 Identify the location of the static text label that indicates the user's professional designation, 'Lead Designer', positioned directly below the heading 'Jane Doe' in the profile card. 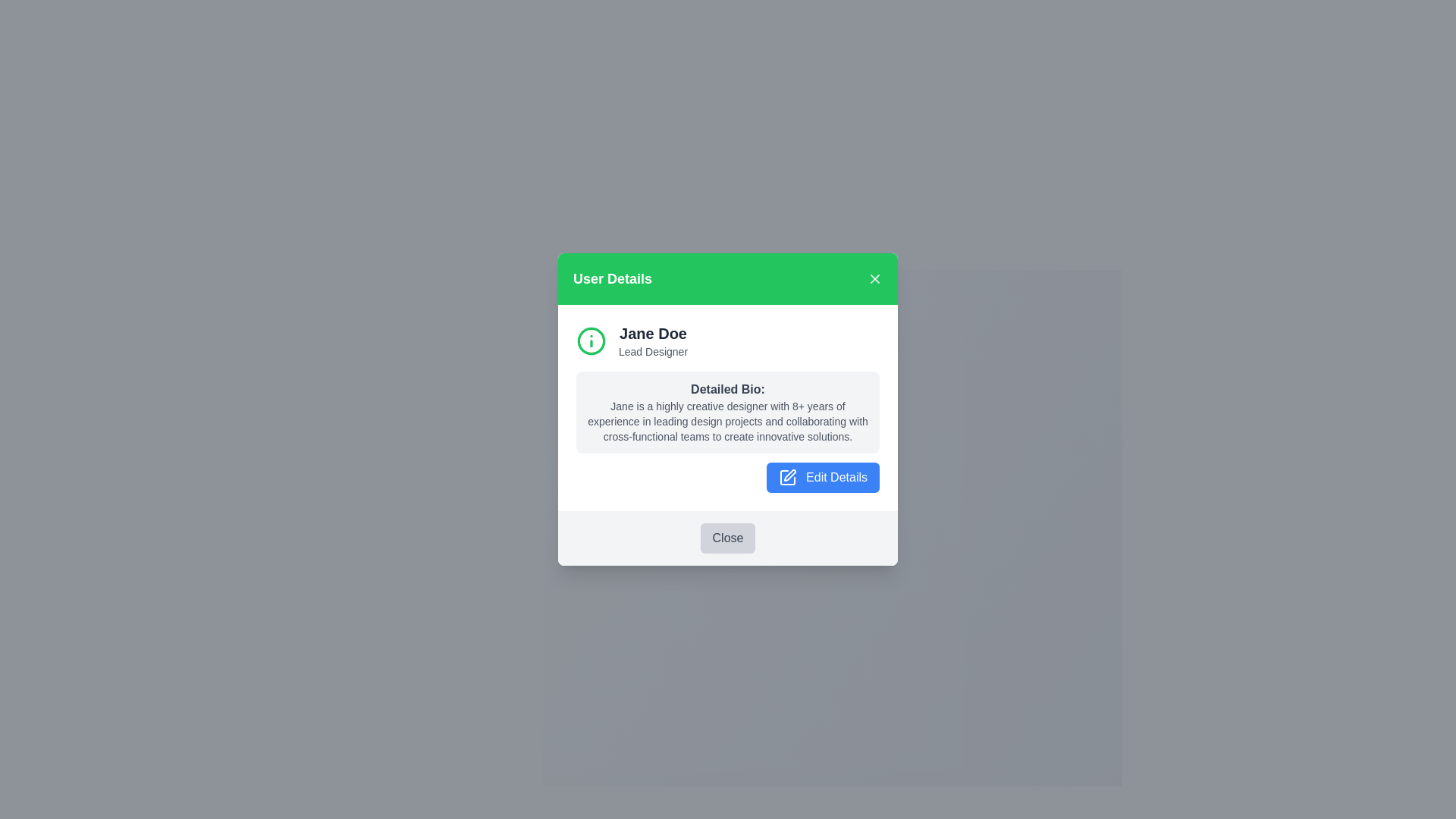
(653, 351).